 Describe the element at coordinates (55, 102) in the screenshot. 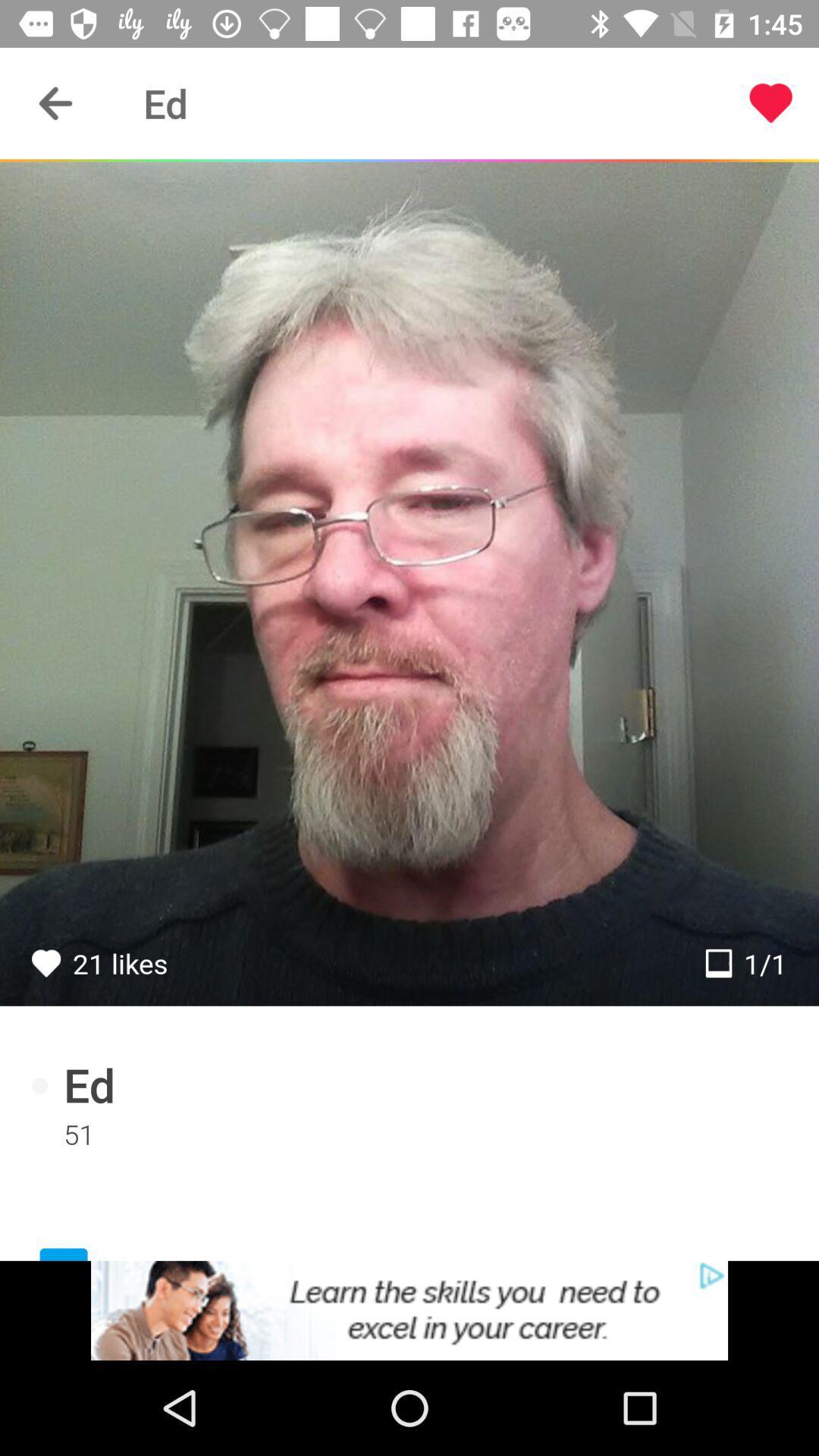

I see `go back` at that location.